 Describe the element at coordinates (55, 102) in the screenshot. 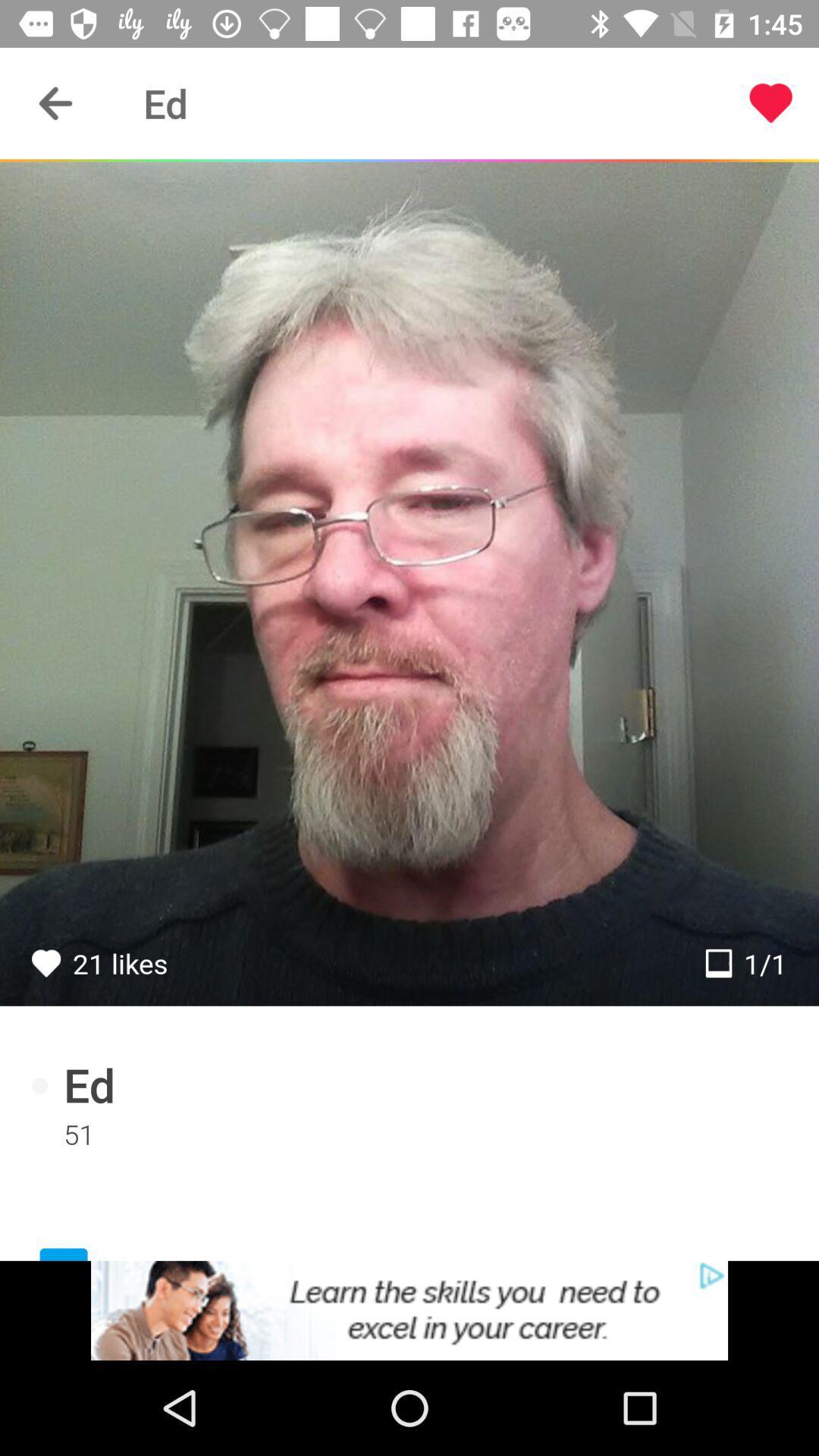

I see `go back` at that location.